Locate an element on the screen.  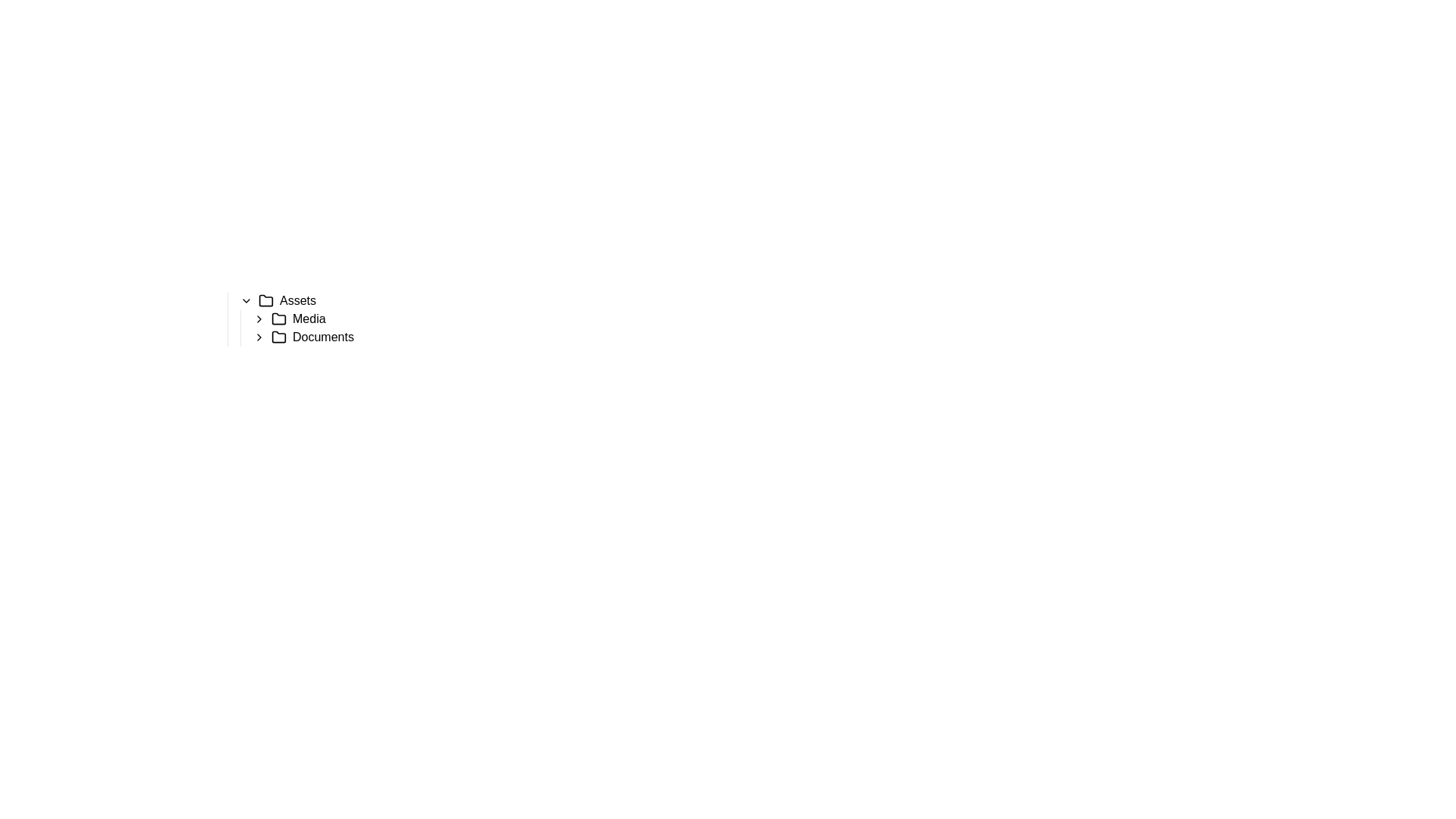
the folder icon located is located at coordinates (279, 318).